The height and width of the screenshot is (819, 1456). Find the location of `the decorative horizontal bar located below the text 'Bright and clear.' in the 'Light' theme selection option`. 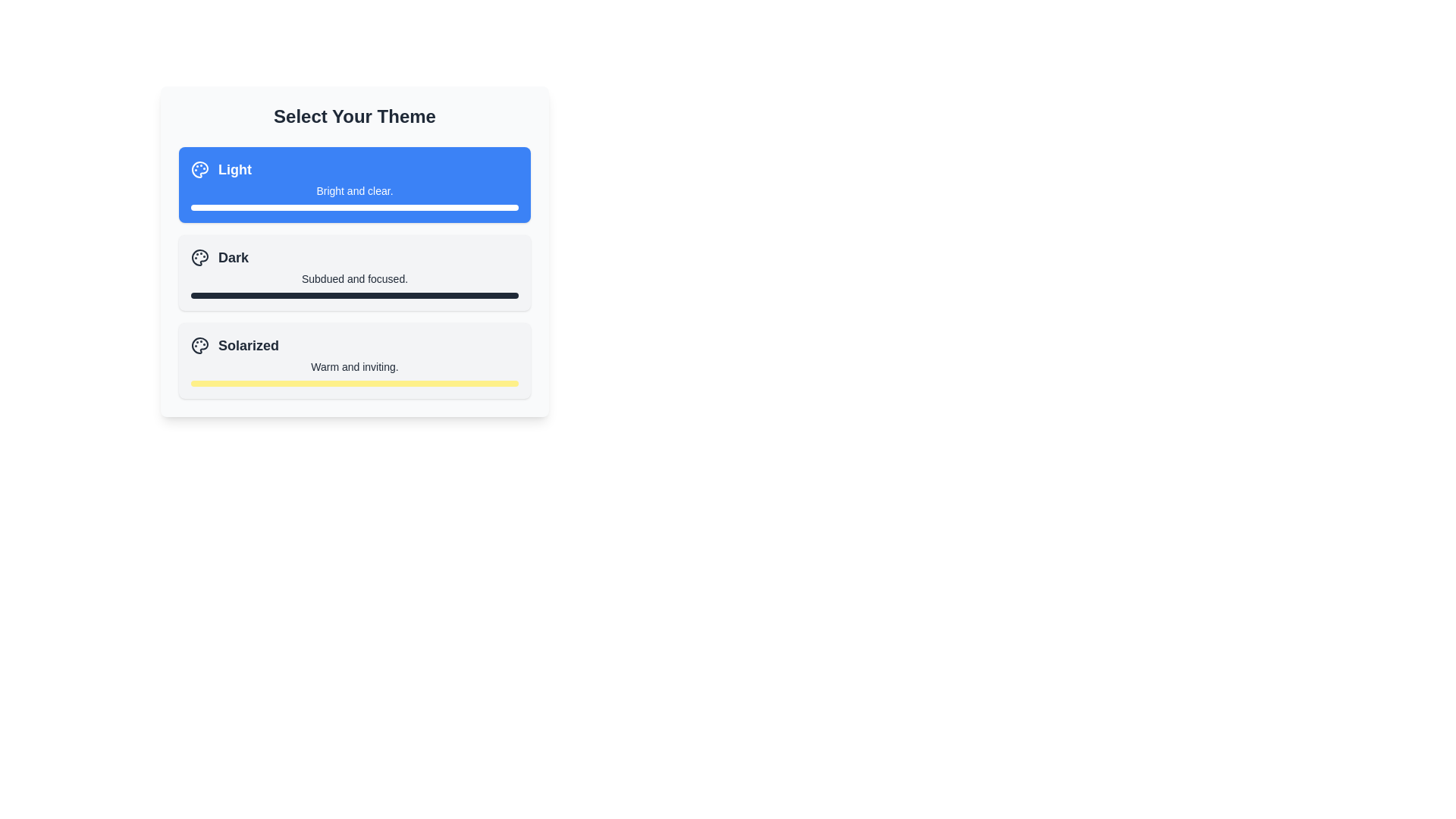

the decorative horizontal bar located below the text 'Bright and clear.' in the 'Light' theme selection option is located at coordinates (353, 207).